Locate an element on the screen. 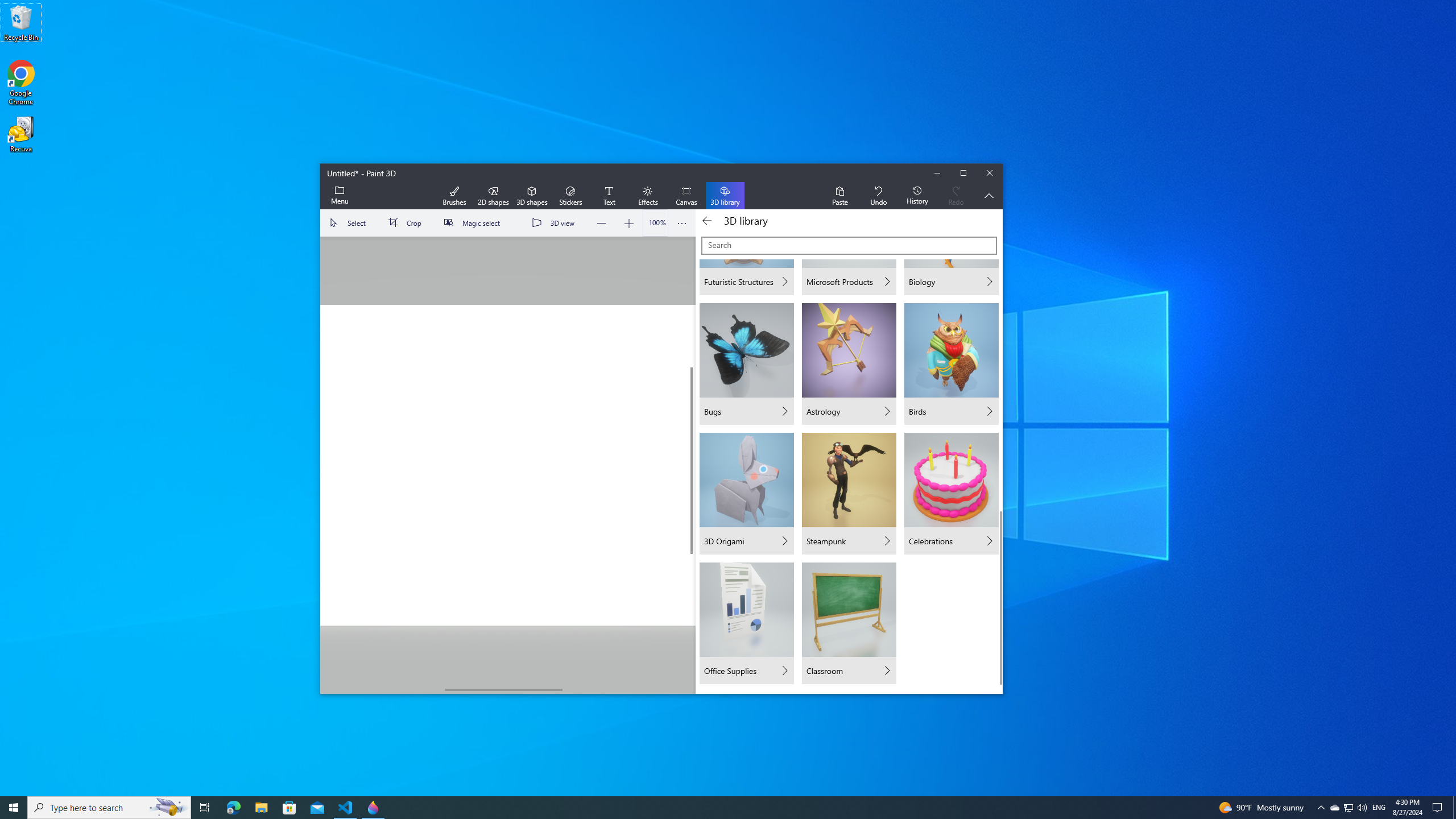  'Recycle Bin' is located at coordinates (20, 22).